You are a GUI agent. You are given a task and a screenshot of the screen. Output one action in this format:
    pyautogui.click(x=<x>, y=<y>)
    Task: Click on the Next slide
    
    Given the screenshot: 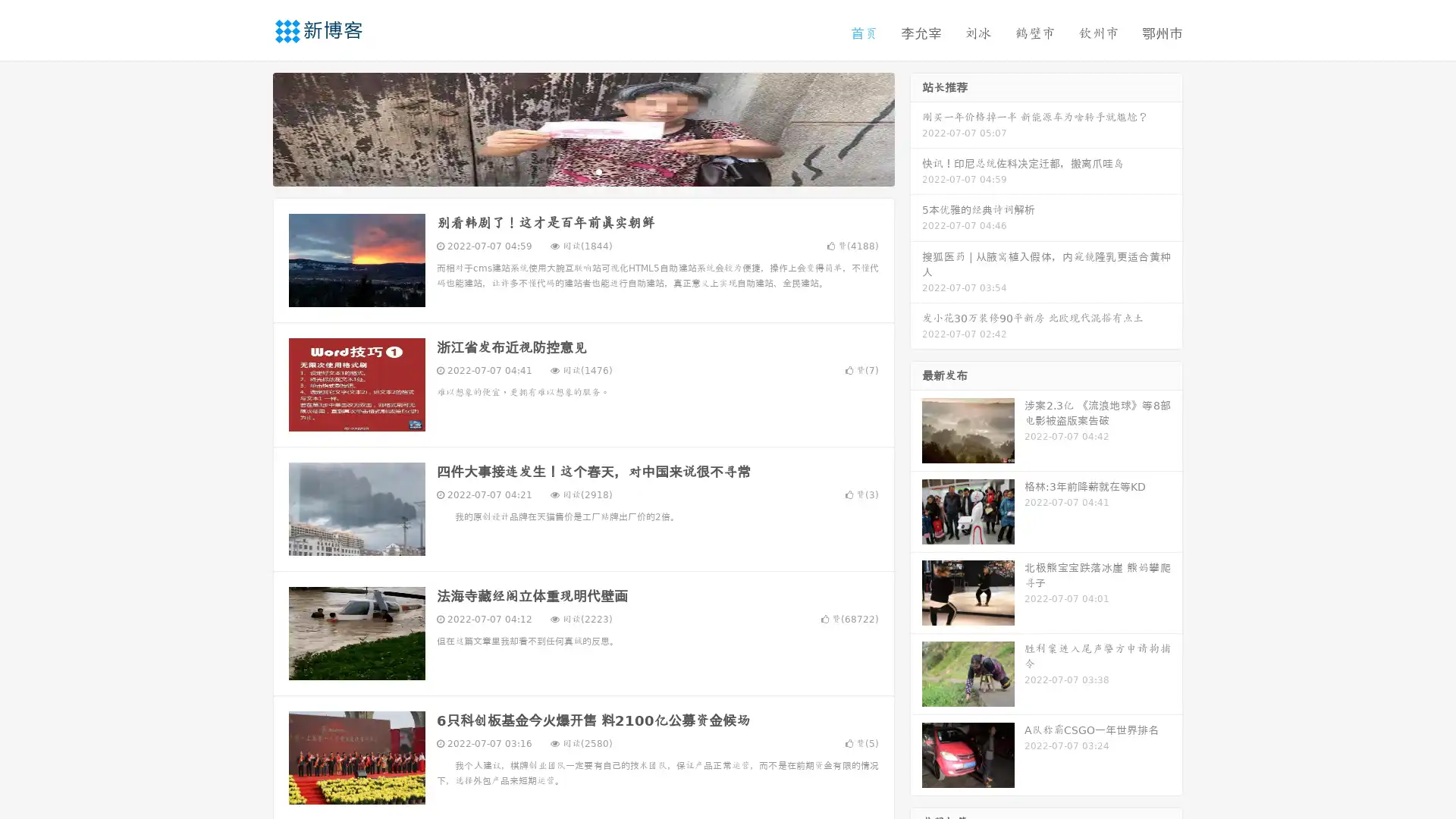 What is the action you would take?
    pyautogui.click(x=916, y=127)
    